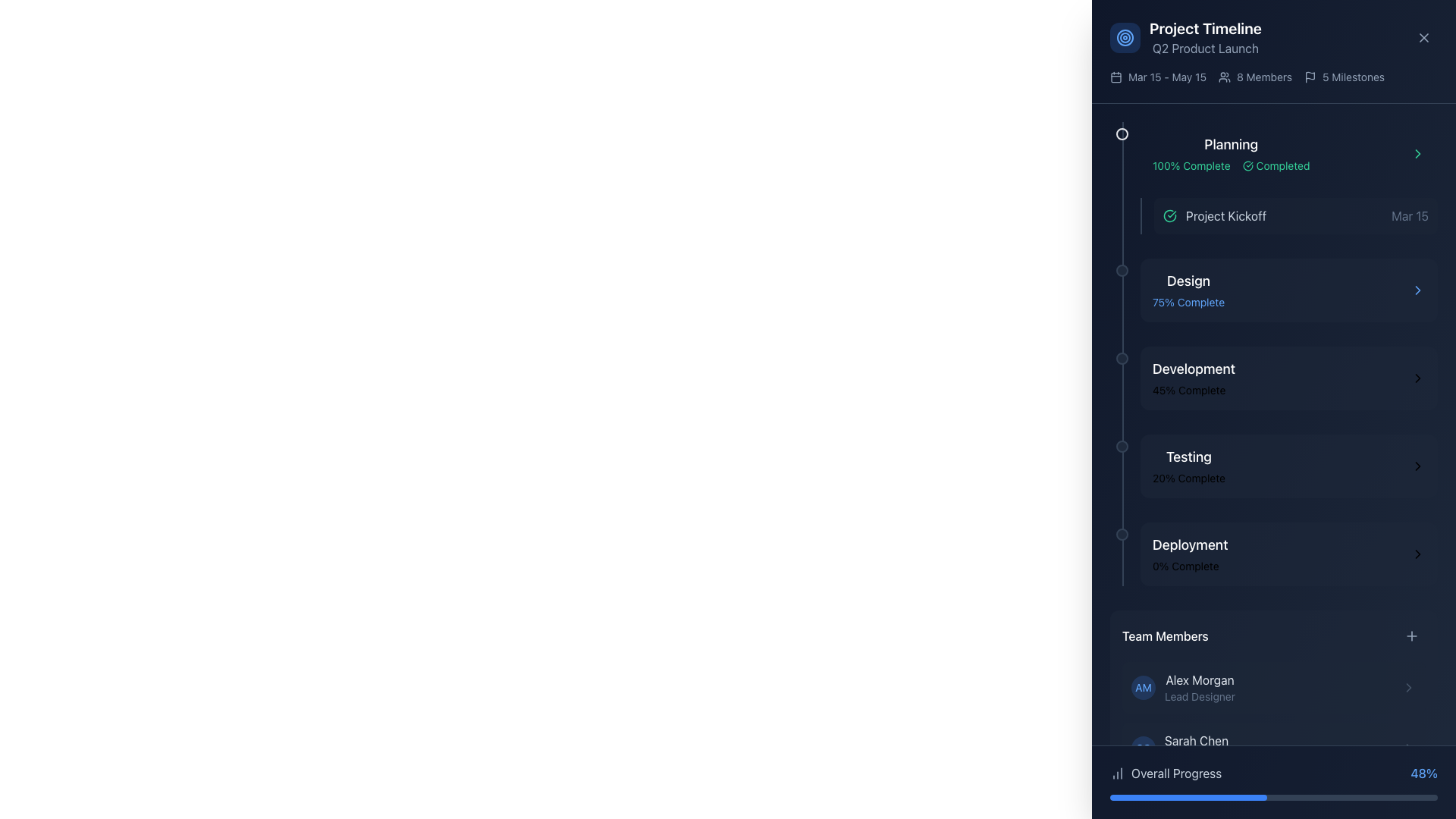 The image size is (1456, 819). Describe the element at coordinates (1188, 290) in the screenshot. I see `information displayed on the label showing 'Design' in large, bold white letters and '75% Complete' in smaller, light blue text, located in the second section under the 'Planning' category of the project timeline interface` at that location.